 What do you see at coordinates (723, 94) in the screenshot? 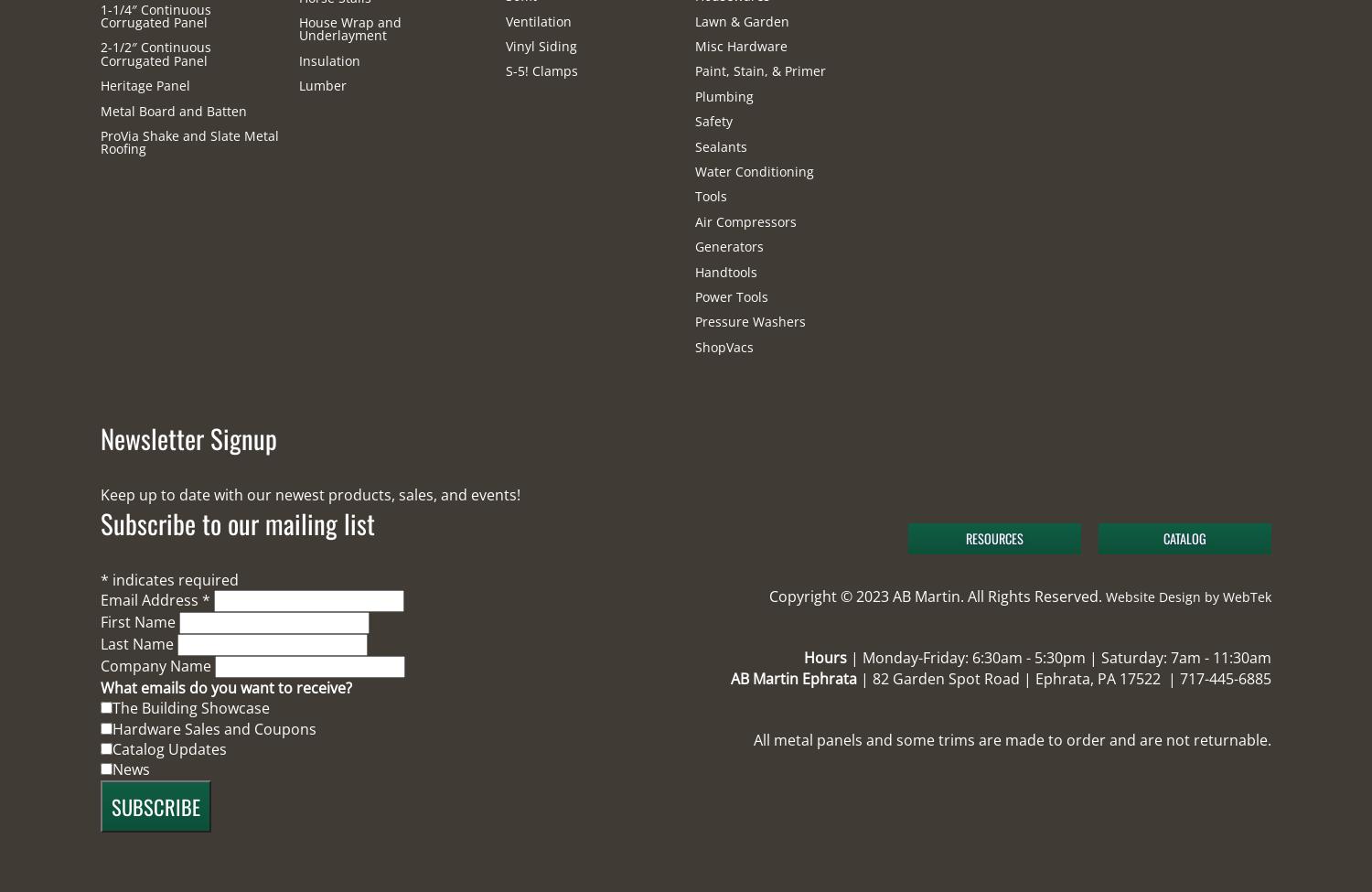
I see `'Plumbing'` at bounding box center [723, 94].